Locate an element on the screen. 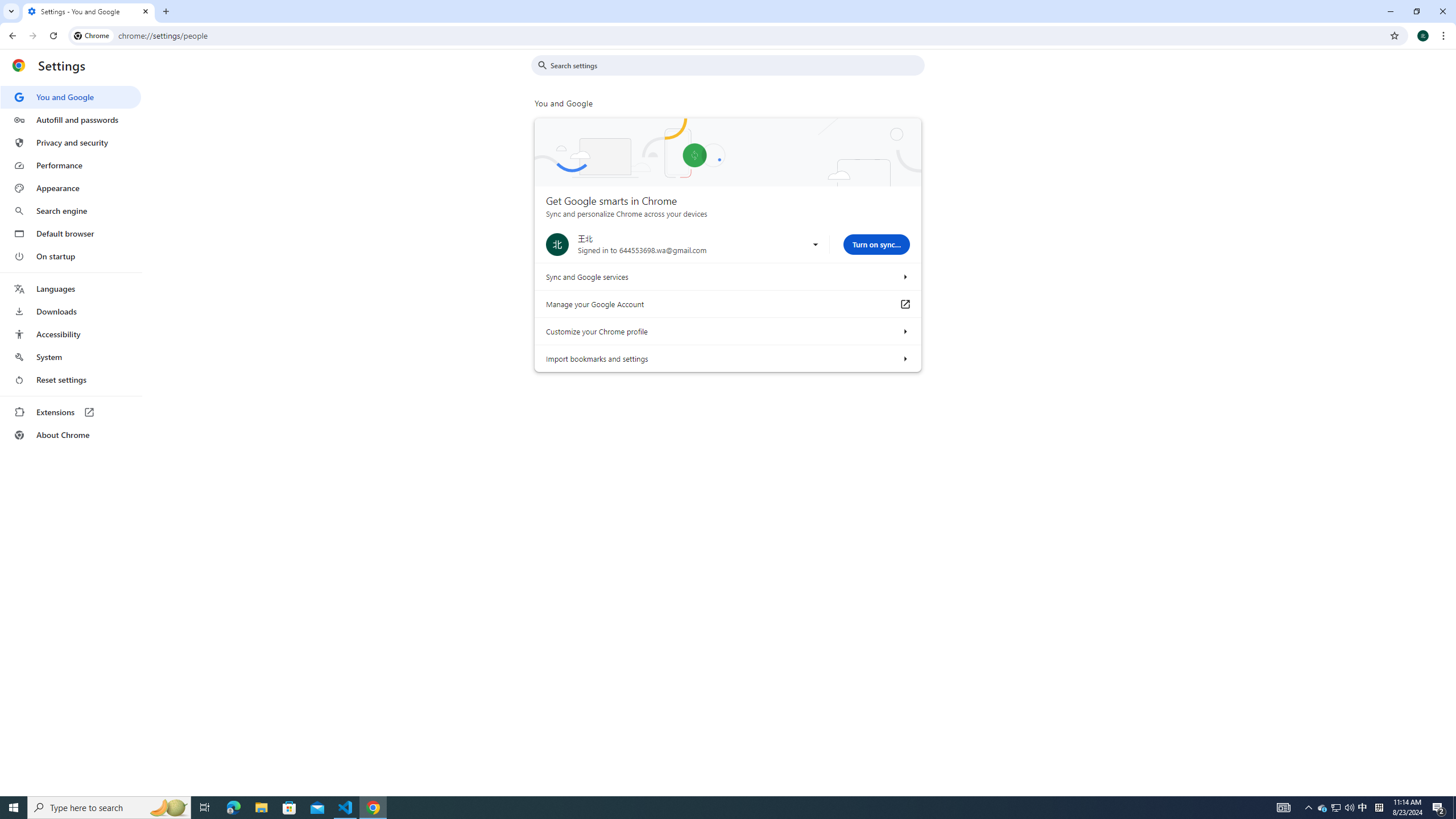 The image size is (1456, 819). 'You and Google' is located at coordinates (70, 97).